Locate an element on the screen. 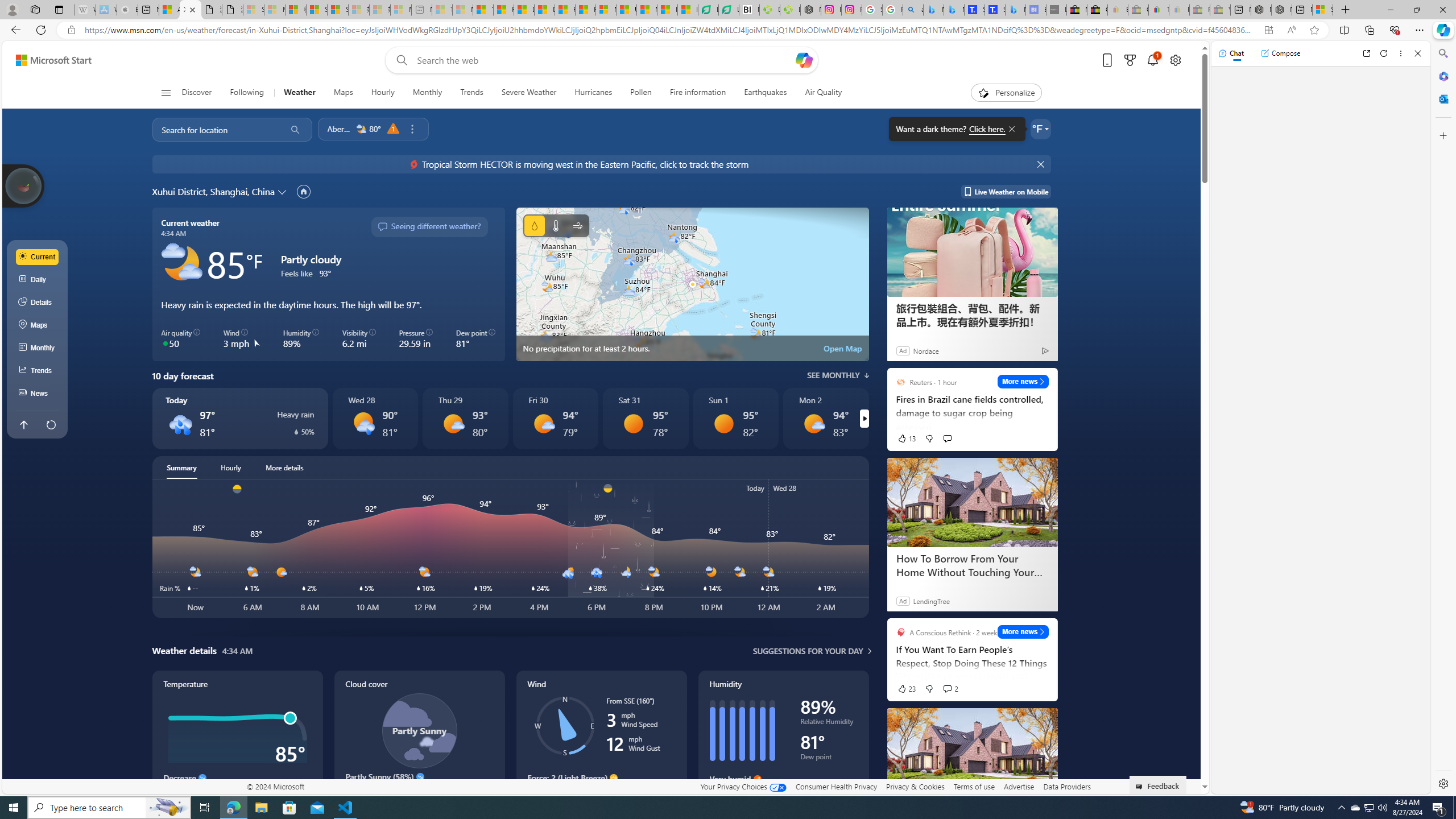  'Nvidia va a poner a prueba la paciencia de los inversores' is located at coordinates (748, 9).